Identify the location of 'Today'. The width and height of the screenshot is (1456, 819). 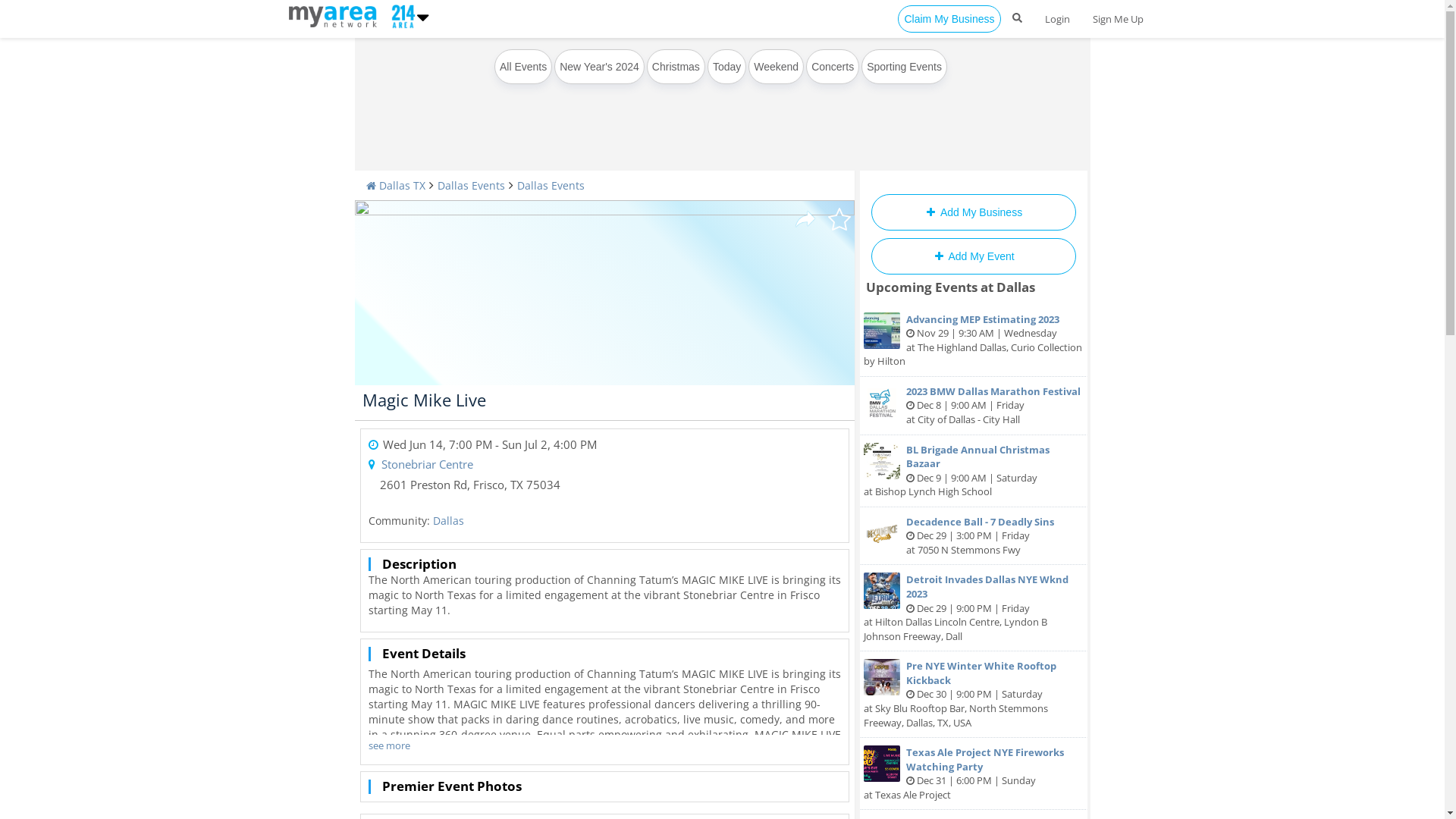
(726, 66).